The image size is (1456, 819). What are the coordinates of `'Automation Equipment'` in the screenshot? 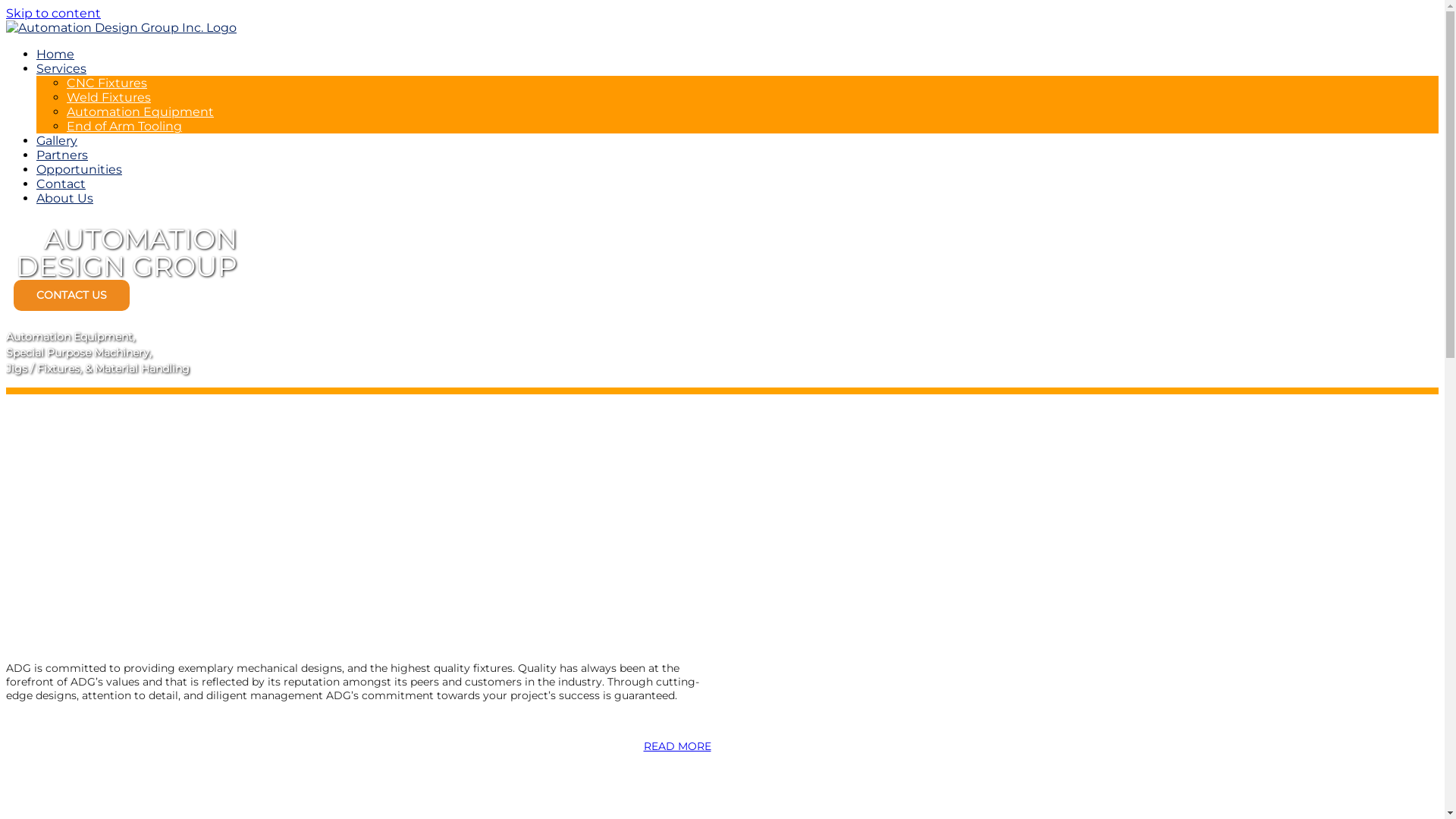 It's located at (140, 111).